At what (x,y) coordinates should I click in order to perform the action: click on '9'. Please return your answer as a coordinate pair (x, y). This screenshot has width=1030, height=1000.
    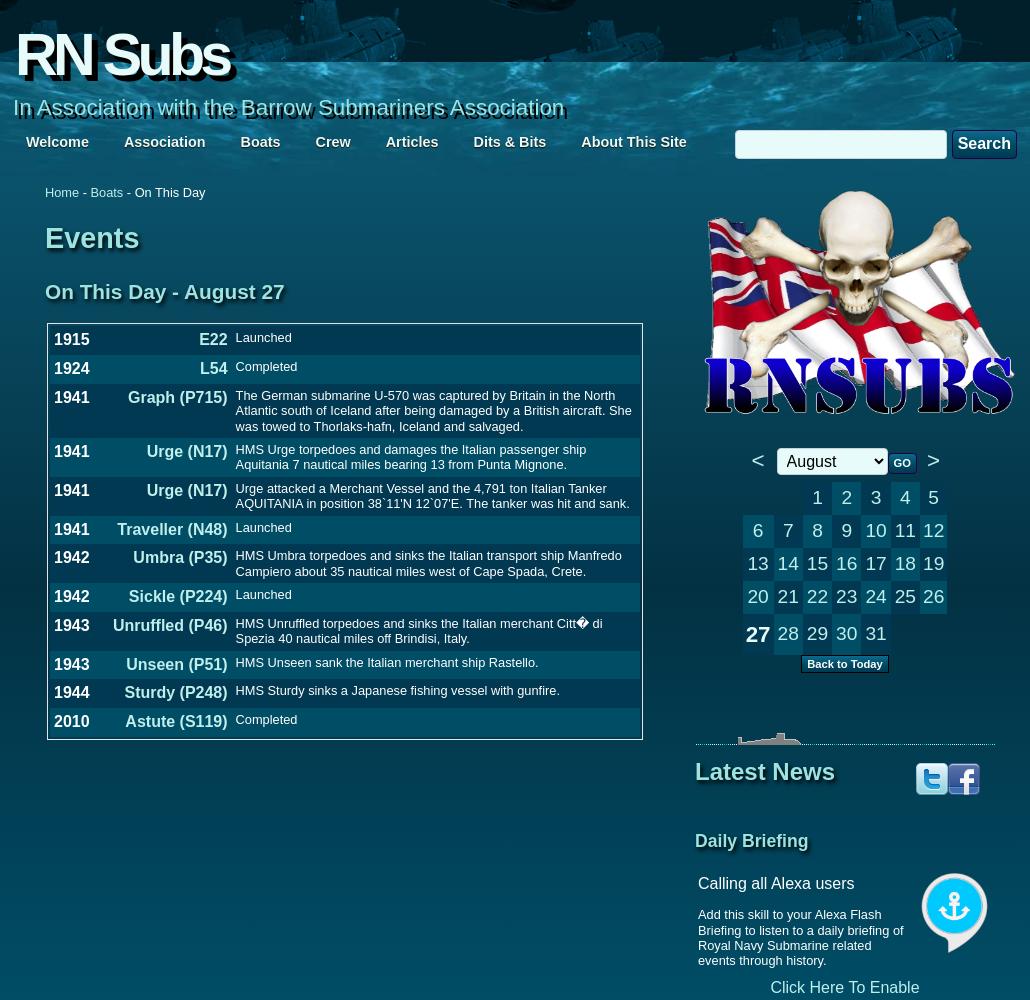
    Looking at the image, I should click on (845, 529).